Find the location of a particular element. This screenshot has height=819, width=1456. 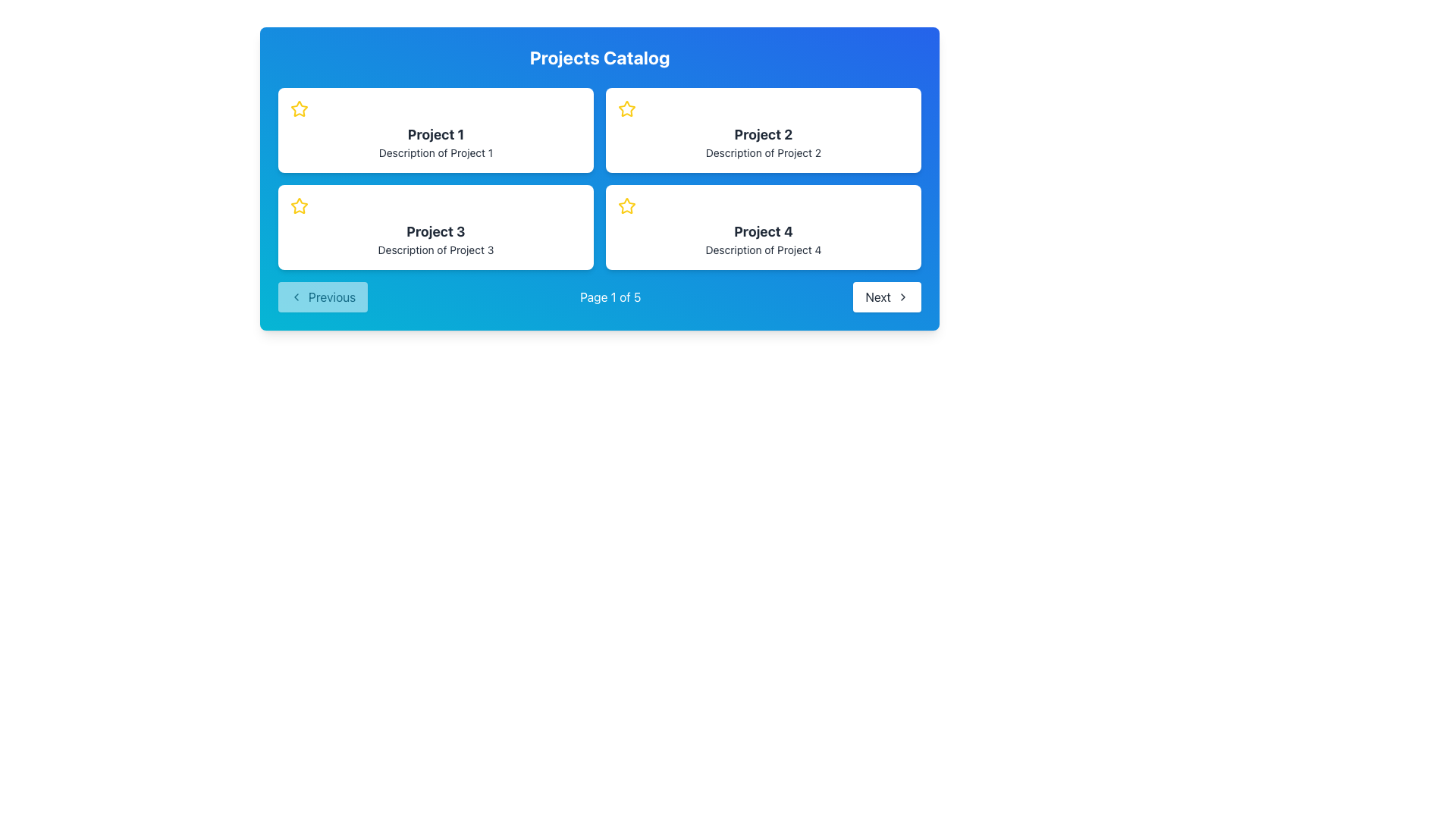

the star icon located in the top-left section of the fourth card in the project grid layout is located at coordinates (626, 206).